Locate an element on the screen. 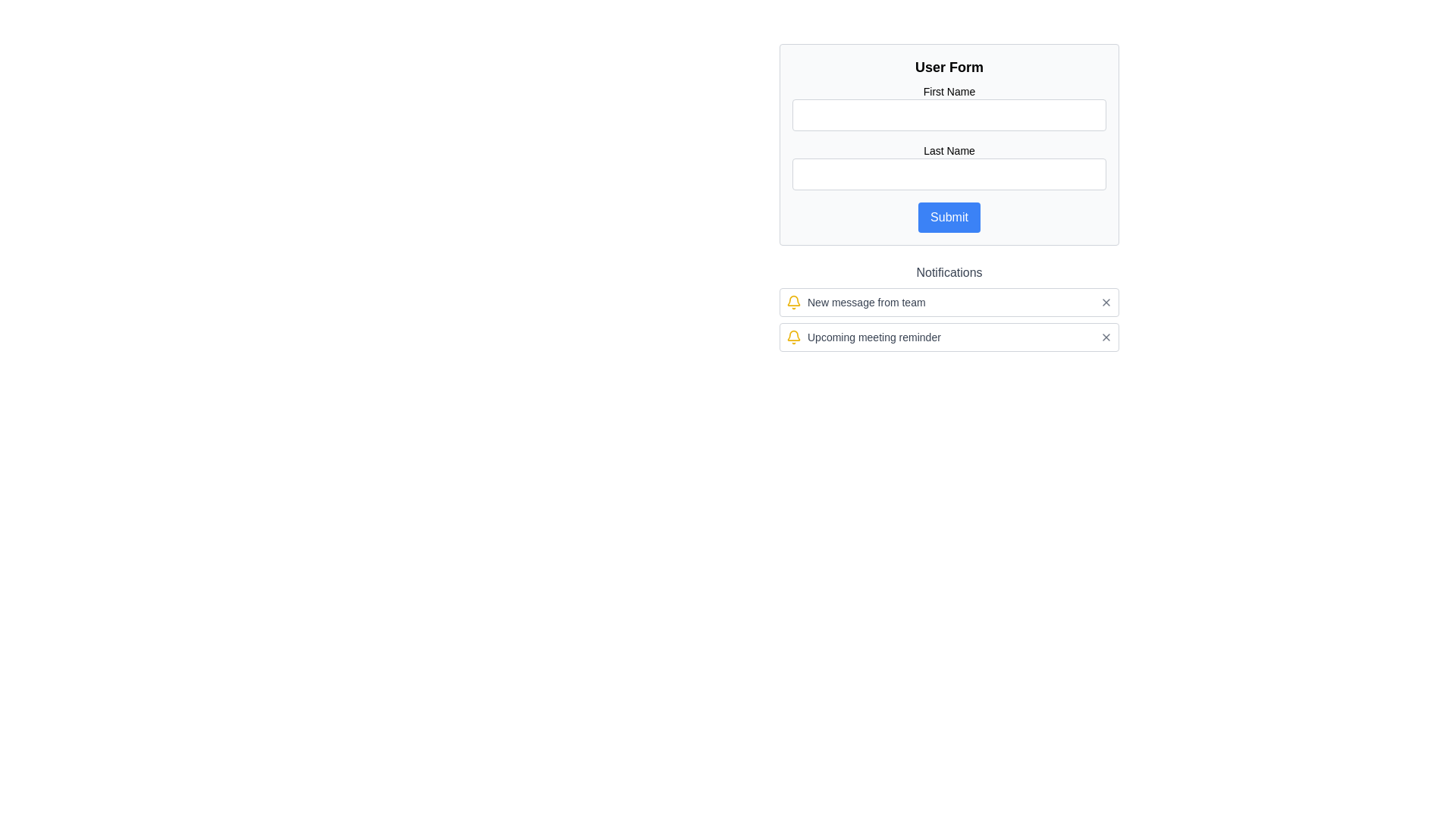  the notification icon that serves as a visual indicator for the 'New message from team' notification, located on the left side of the notification item is located at coordinates (792, 302).